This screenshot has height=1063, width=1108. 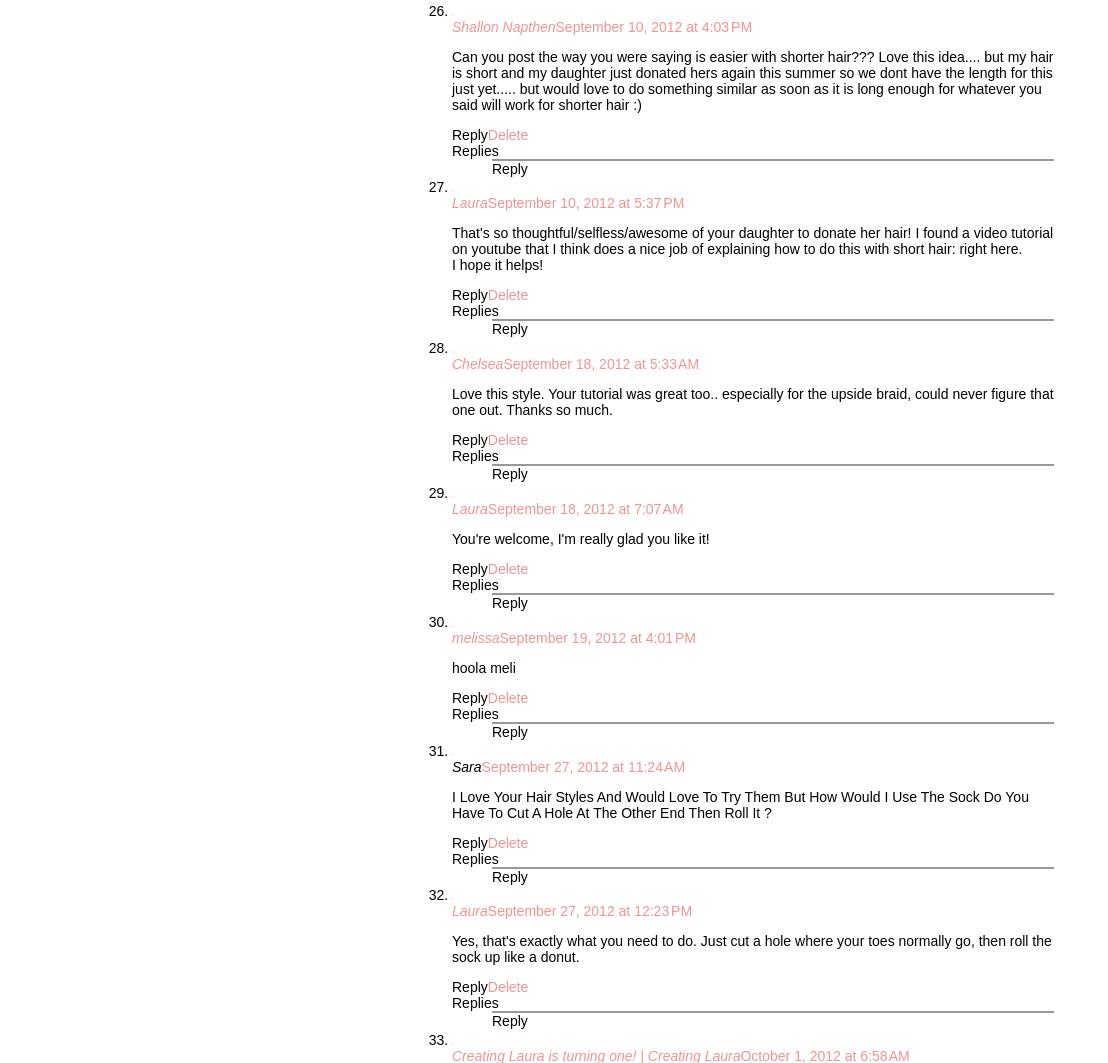 What do you see at coordinates (585, 508) in the screenshot?
I see `'September 18, 2012 at 7:07 AM'` at bounding box center [585, 508].